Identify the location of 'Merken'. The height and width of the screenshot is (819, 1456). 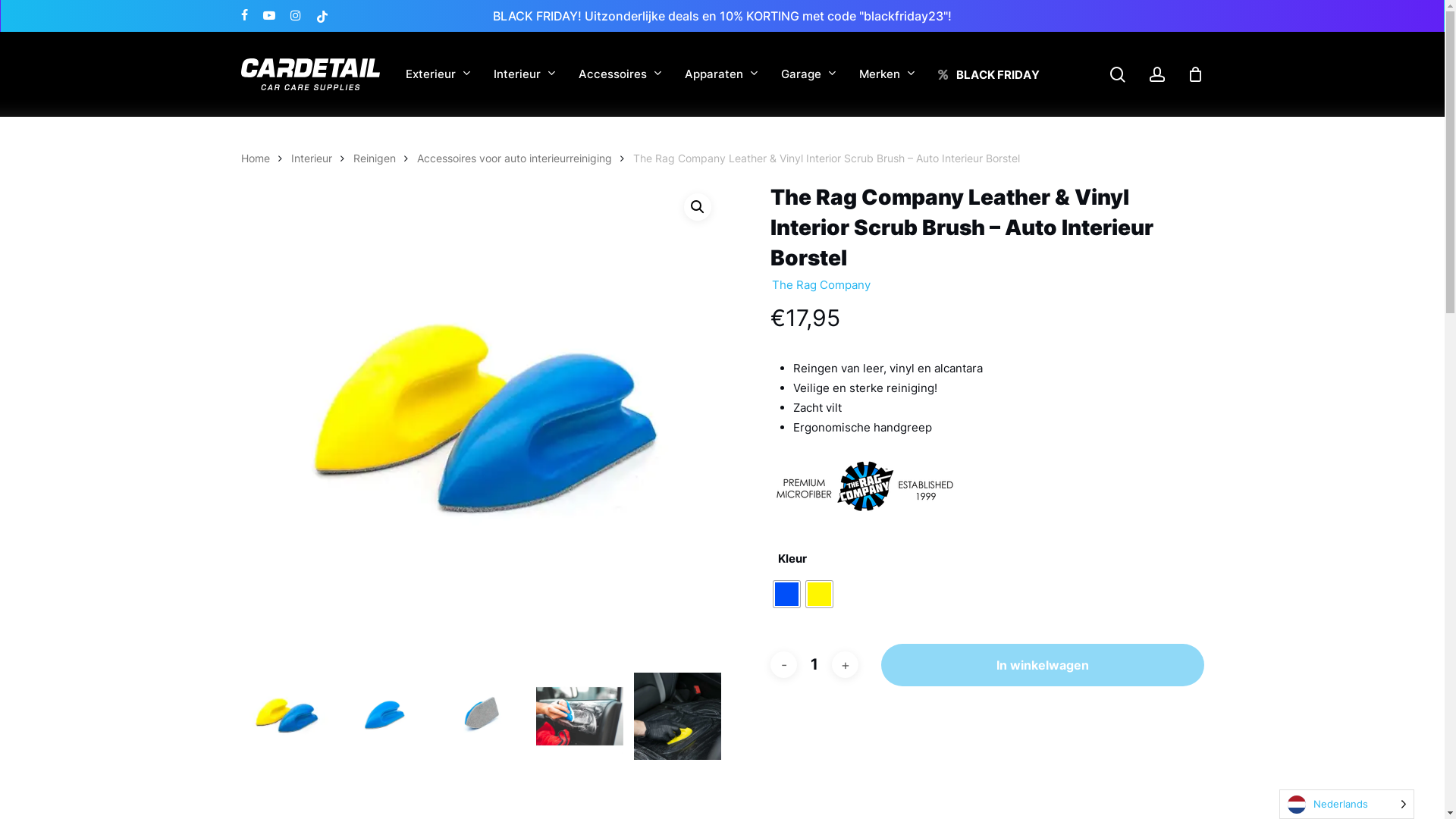
(886, 74).